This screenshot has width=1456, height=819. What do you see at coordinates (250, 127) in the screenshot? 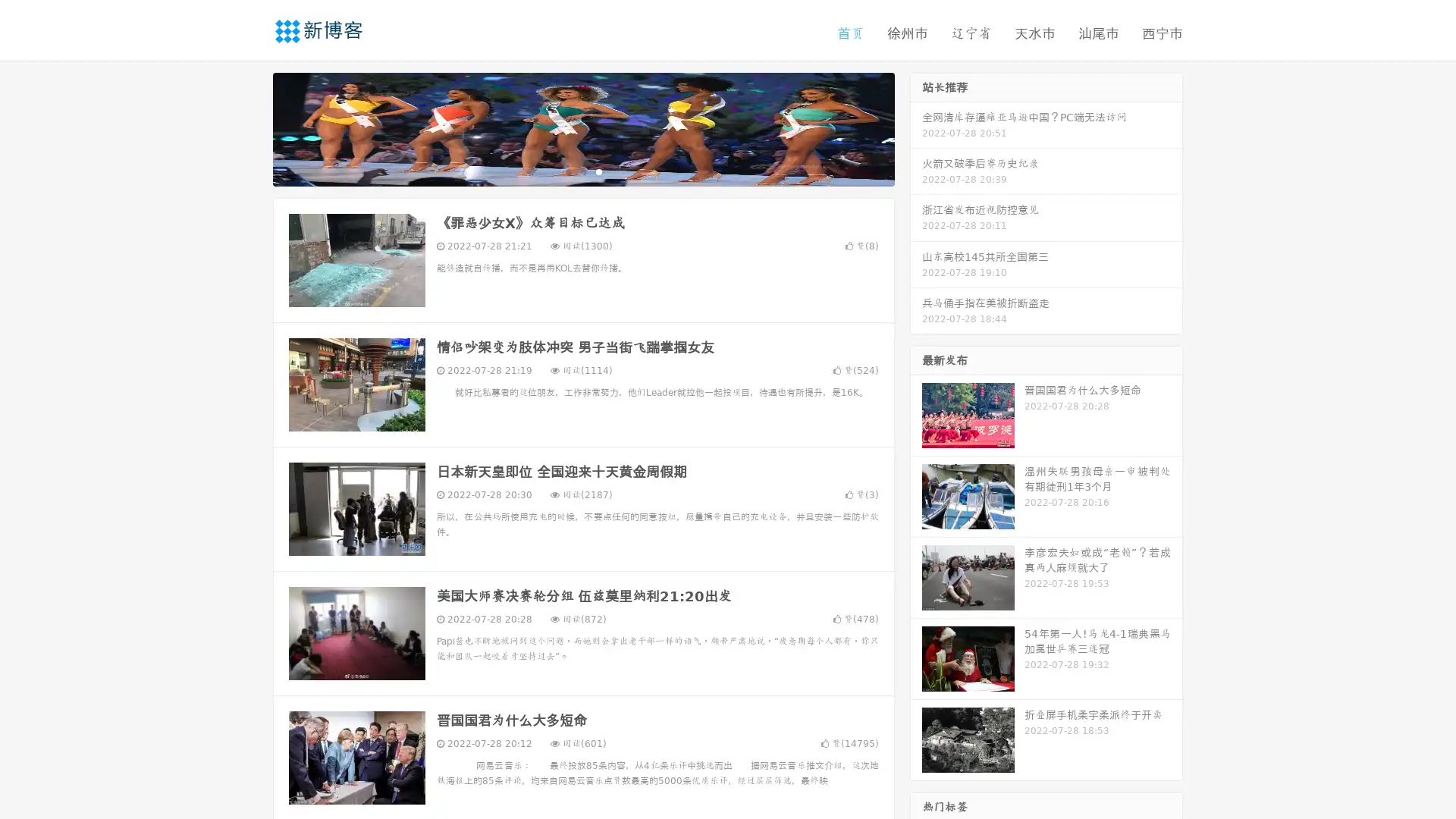
I see `Previous slide` at bounding box center [250, 127].